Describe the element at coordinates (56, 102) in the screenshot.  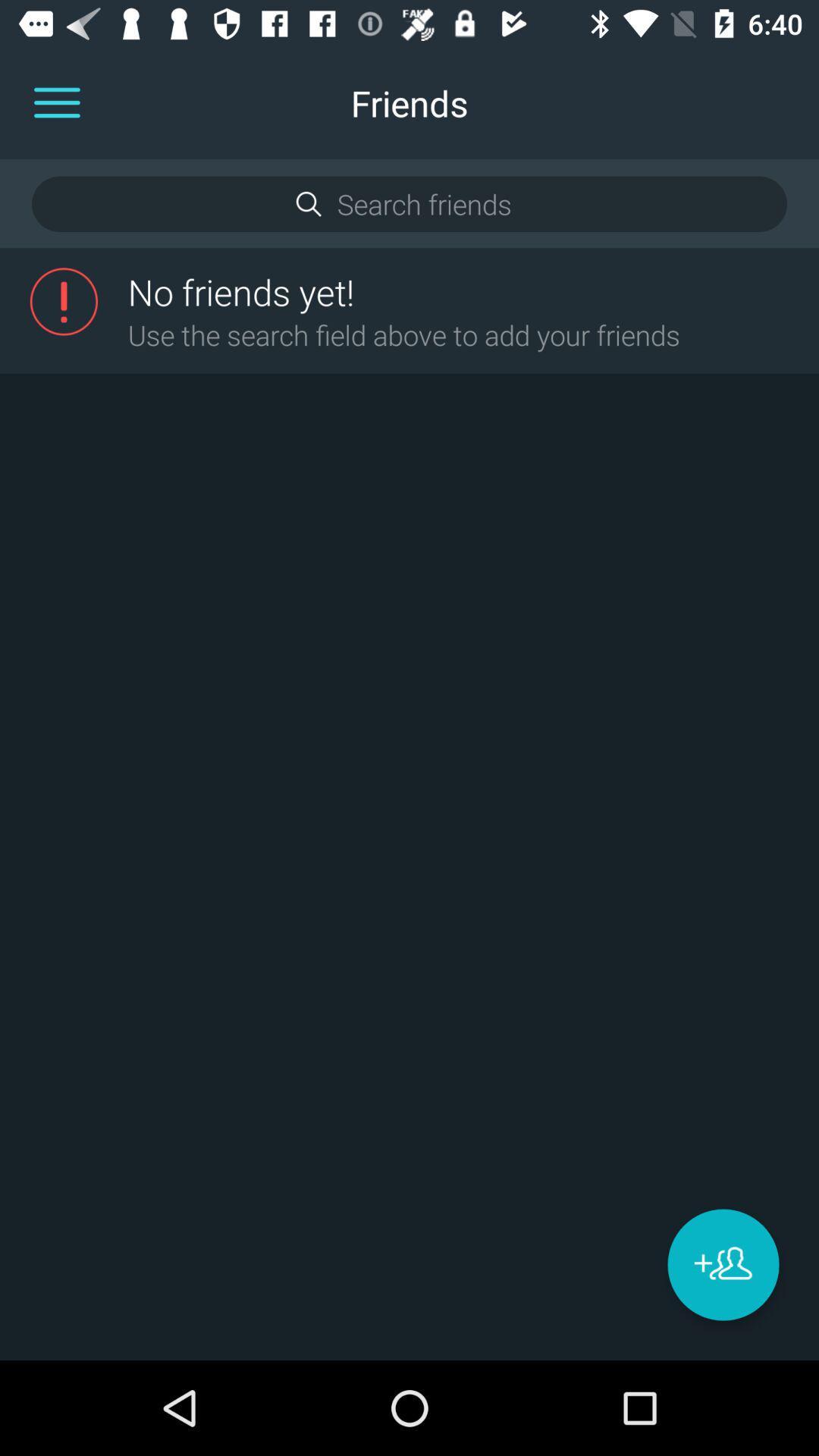
I see `menu option` at that location.